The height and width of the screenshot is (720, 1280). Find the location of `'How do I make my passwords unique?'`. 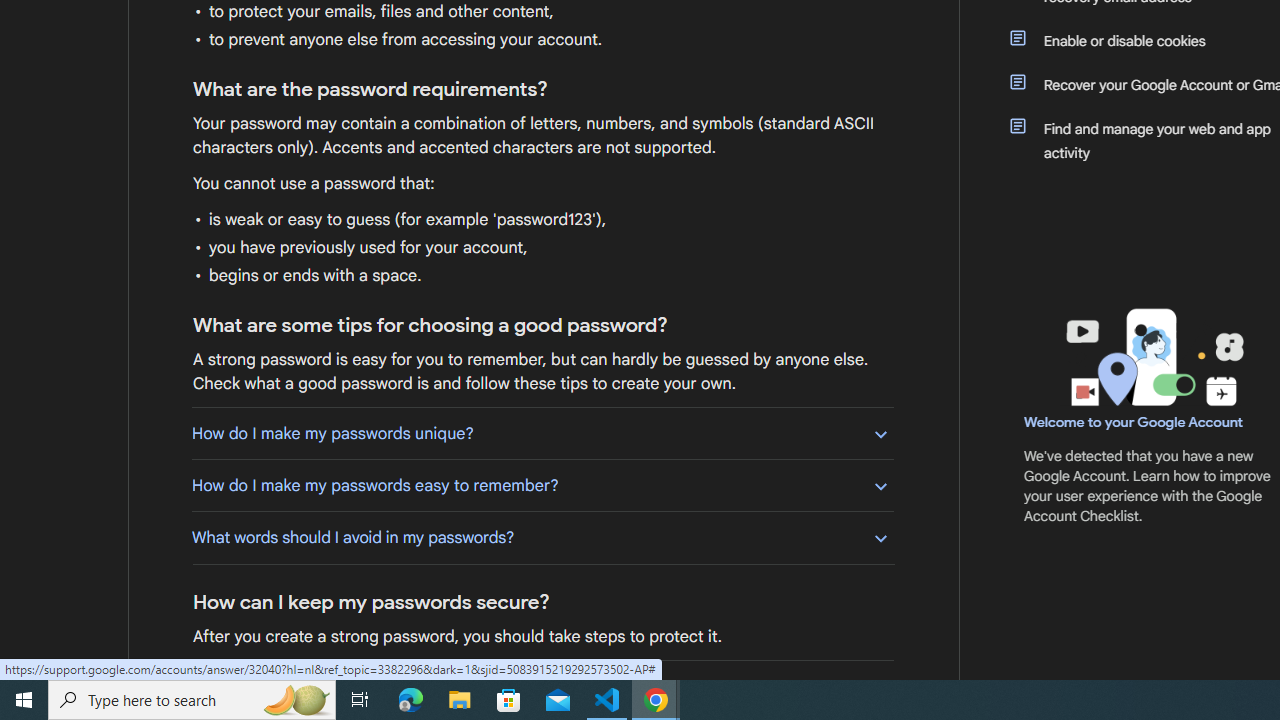

'How do I make my passwords unique?' is located at coordinates (542, 432).